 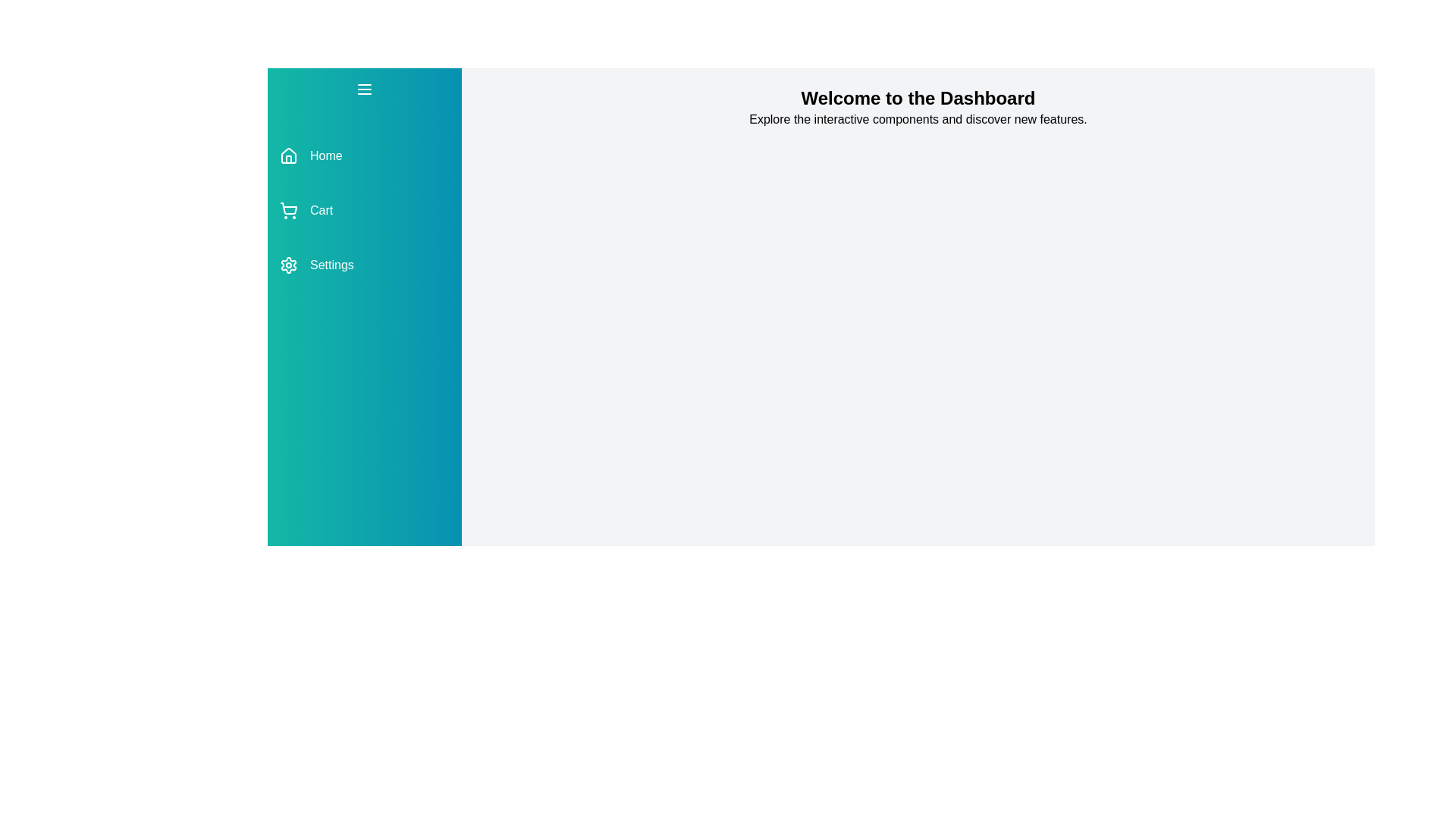 I want to click on the menu item labeled Cart, so click(x=364, y=210).